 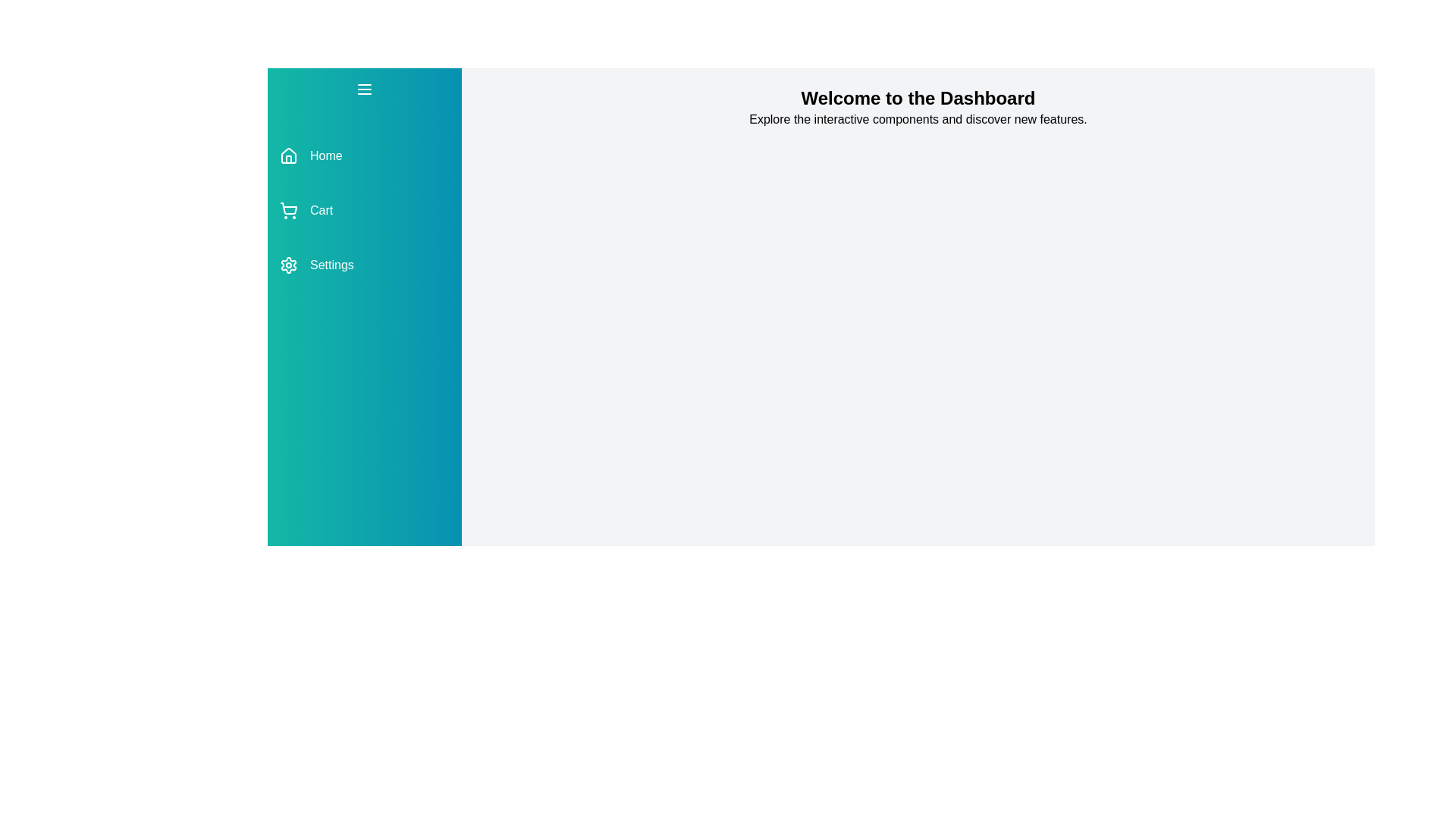 I want to click on the menu item labeled Cart, so click(x=364, y=210).